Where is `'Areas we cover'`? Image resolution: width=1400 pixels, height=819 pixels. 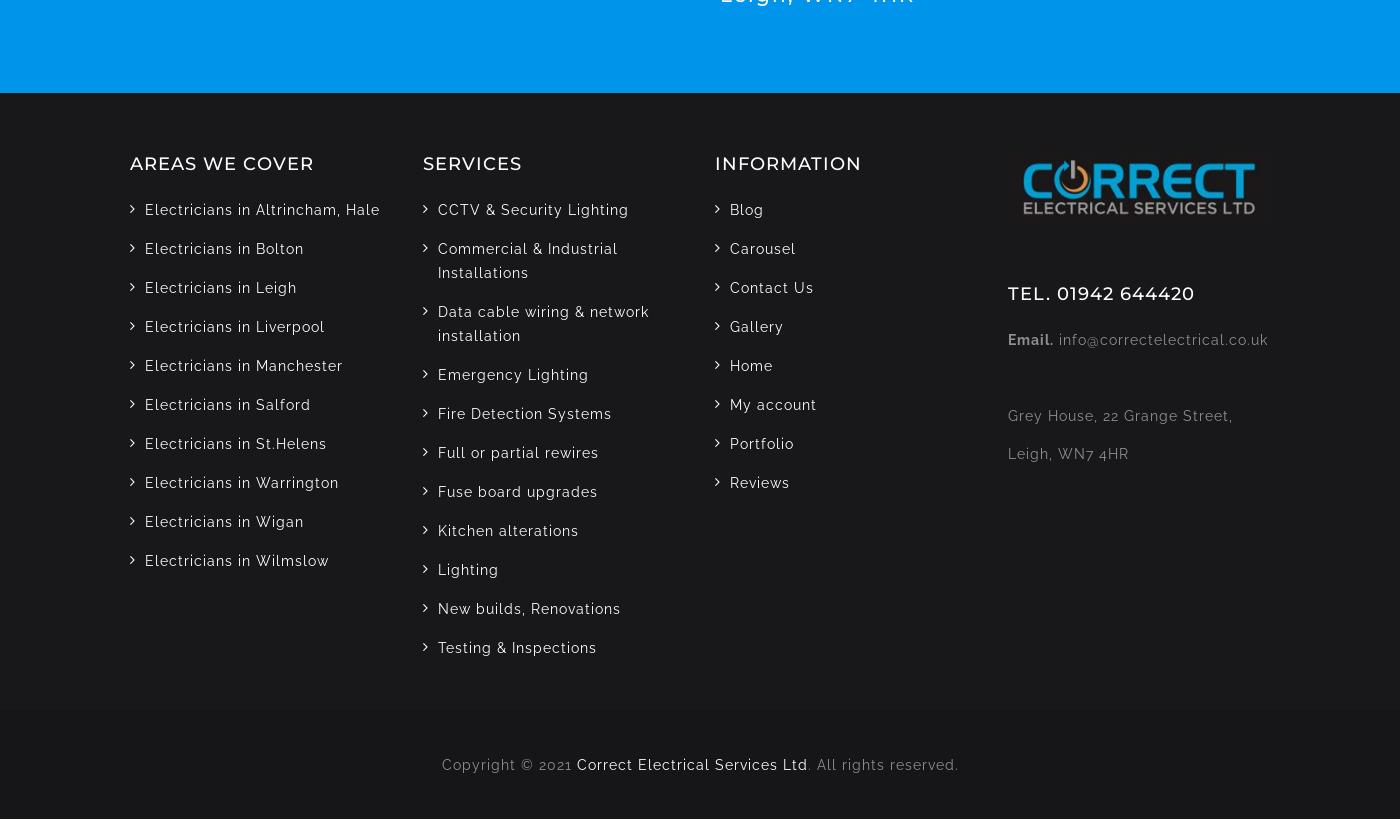
'Areas we cover' is located at coordinates (221, 161).